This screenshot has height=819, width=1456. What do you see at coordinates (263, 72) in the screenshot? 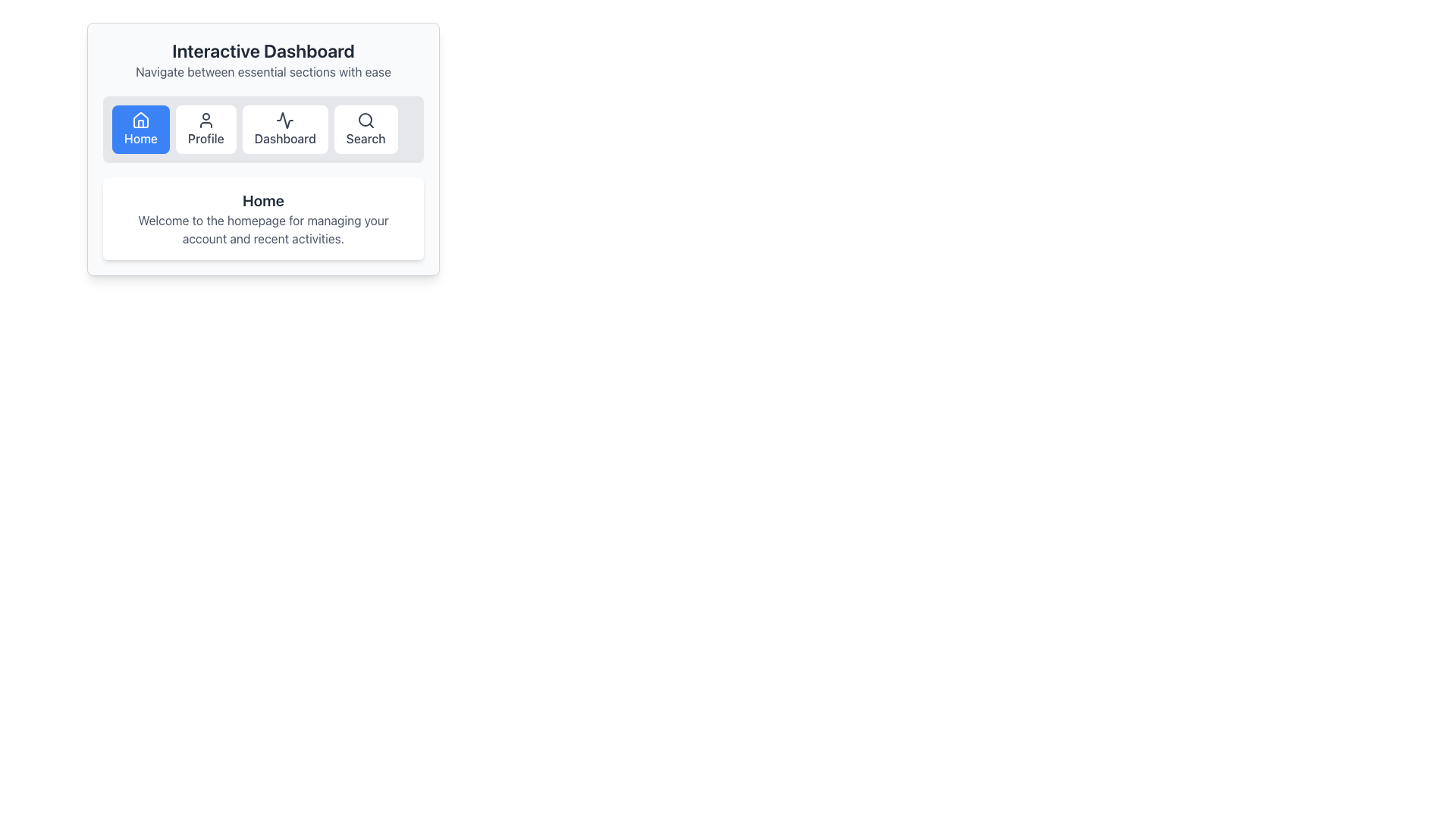
I see `the textual phrase 'Navigate between essential sections with ease', which is styled in a small, light gray font and positioned directly below the bold title 'Interactive Dashboard'` at bounding box center [263, 72].